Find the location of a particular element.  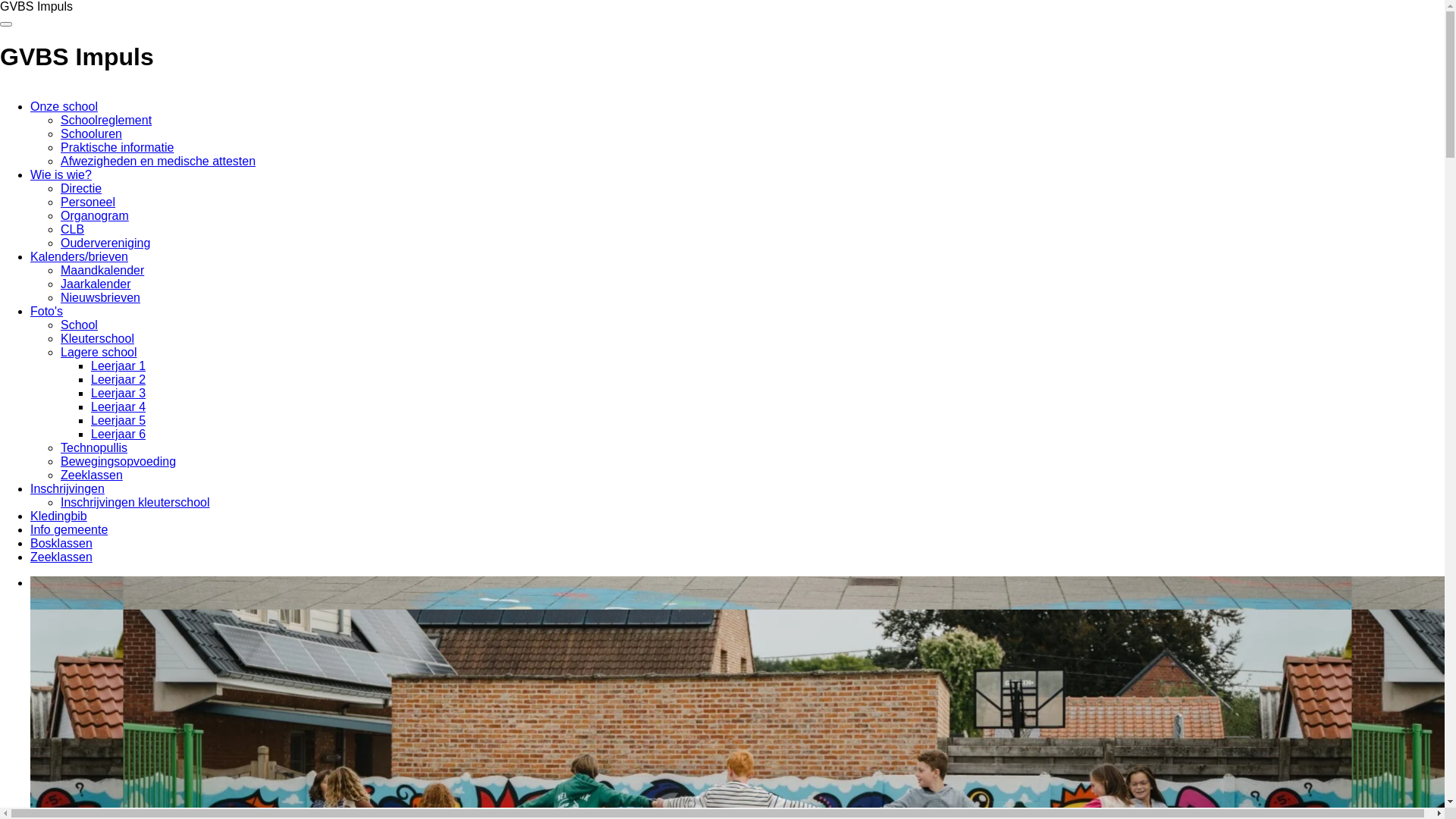

'Leerjaar 6' is located at coordinates (118, 434).